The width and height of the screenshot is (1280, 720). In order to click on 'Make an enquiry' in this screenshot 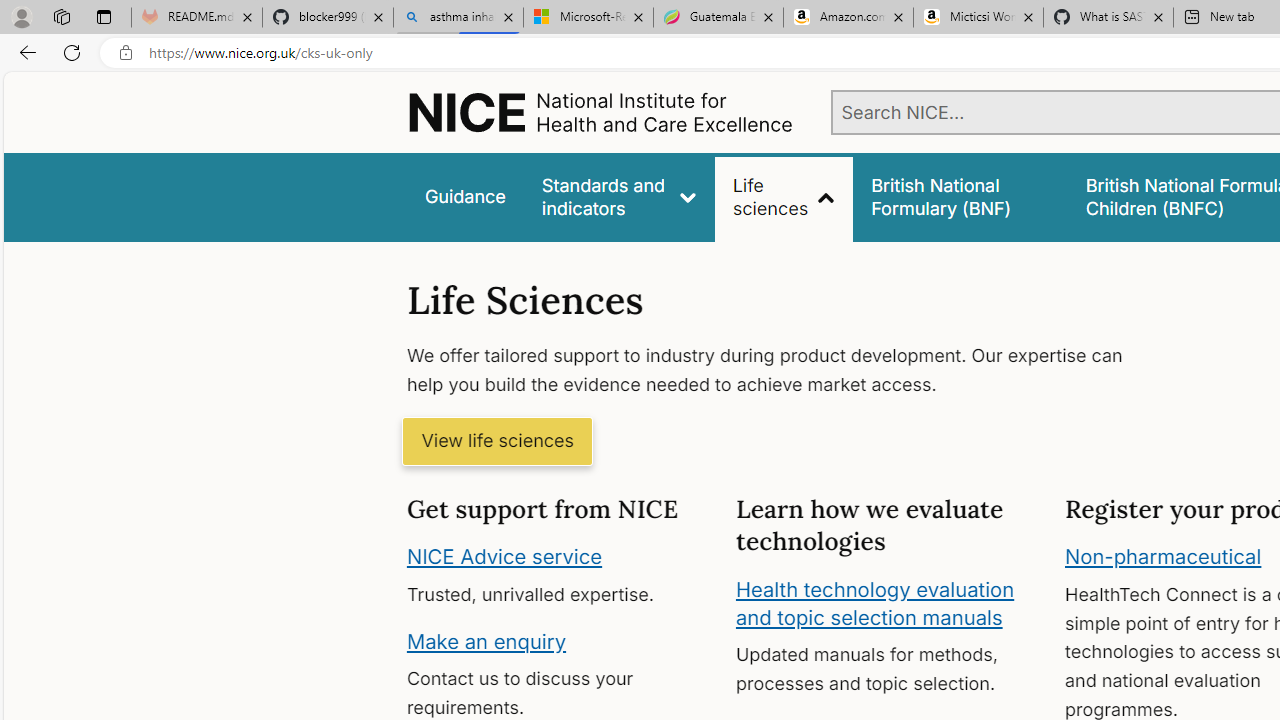, I will do `click(486, 640)`.